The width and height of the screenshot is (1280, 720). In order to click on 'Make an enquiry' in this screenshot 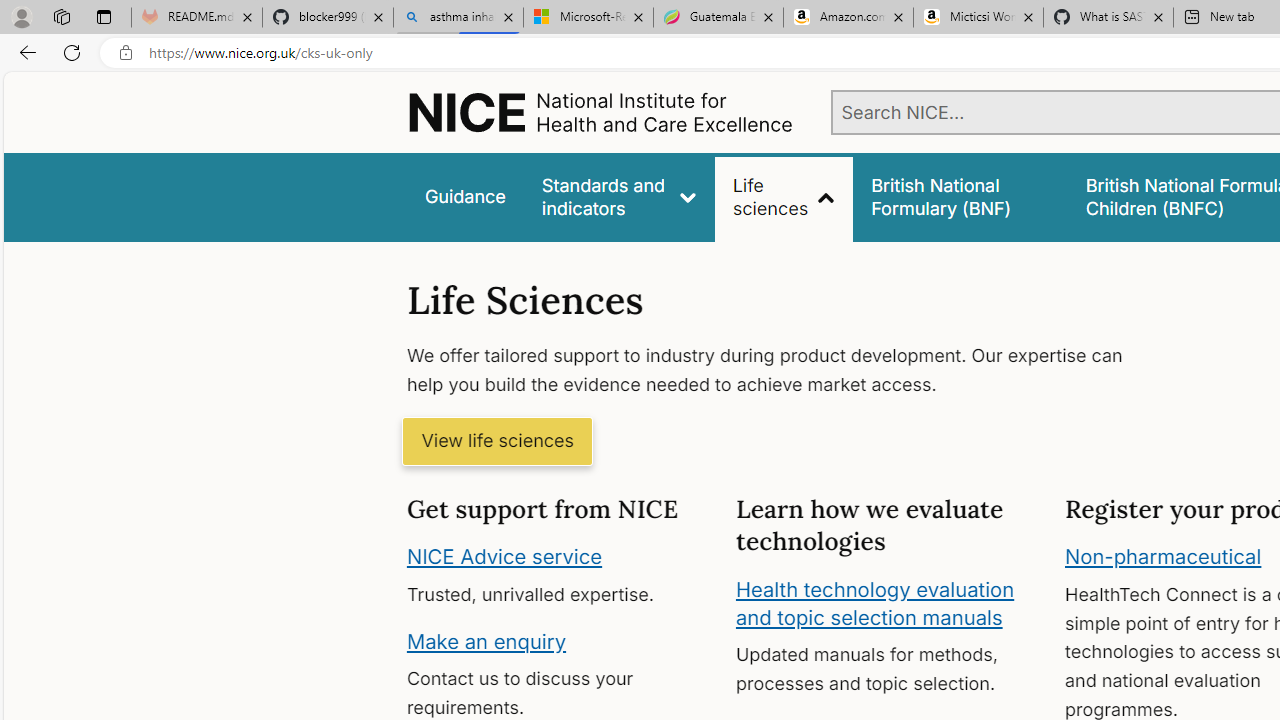, I will do `click(486, 640)`.